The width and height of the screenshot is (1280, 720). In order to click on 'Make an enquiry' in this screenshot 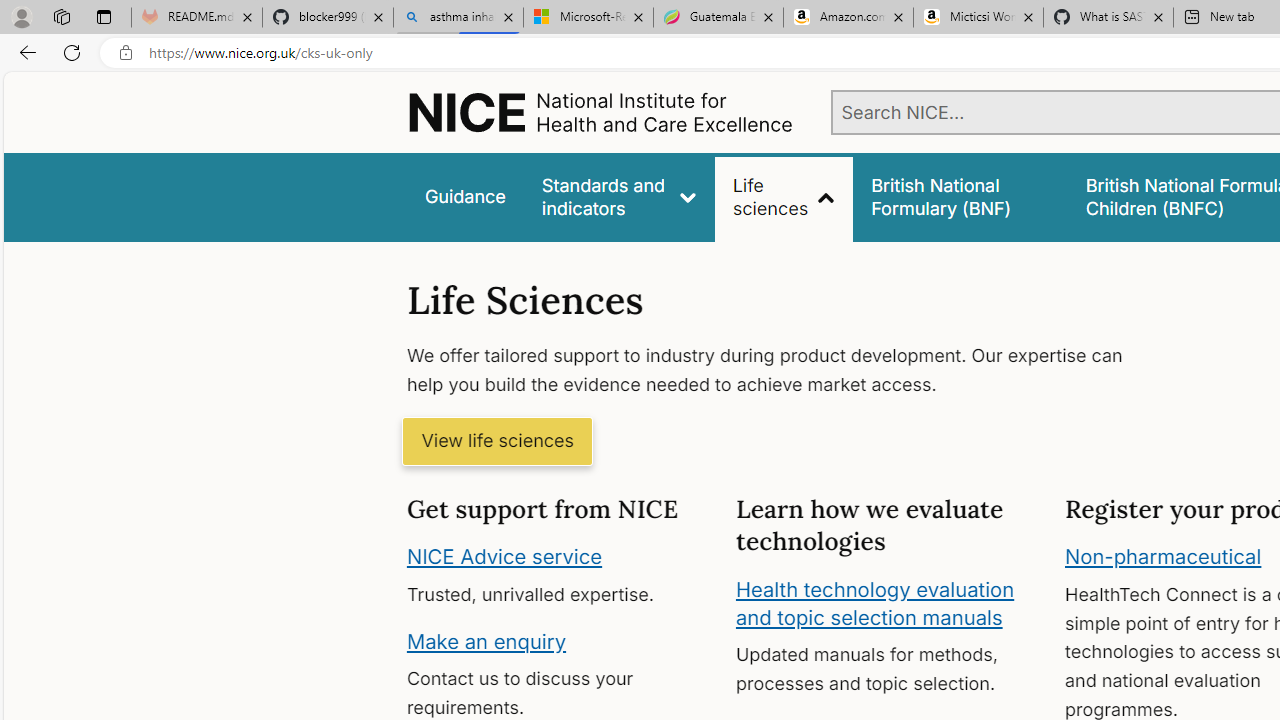, I will do `click(486, 640)`.